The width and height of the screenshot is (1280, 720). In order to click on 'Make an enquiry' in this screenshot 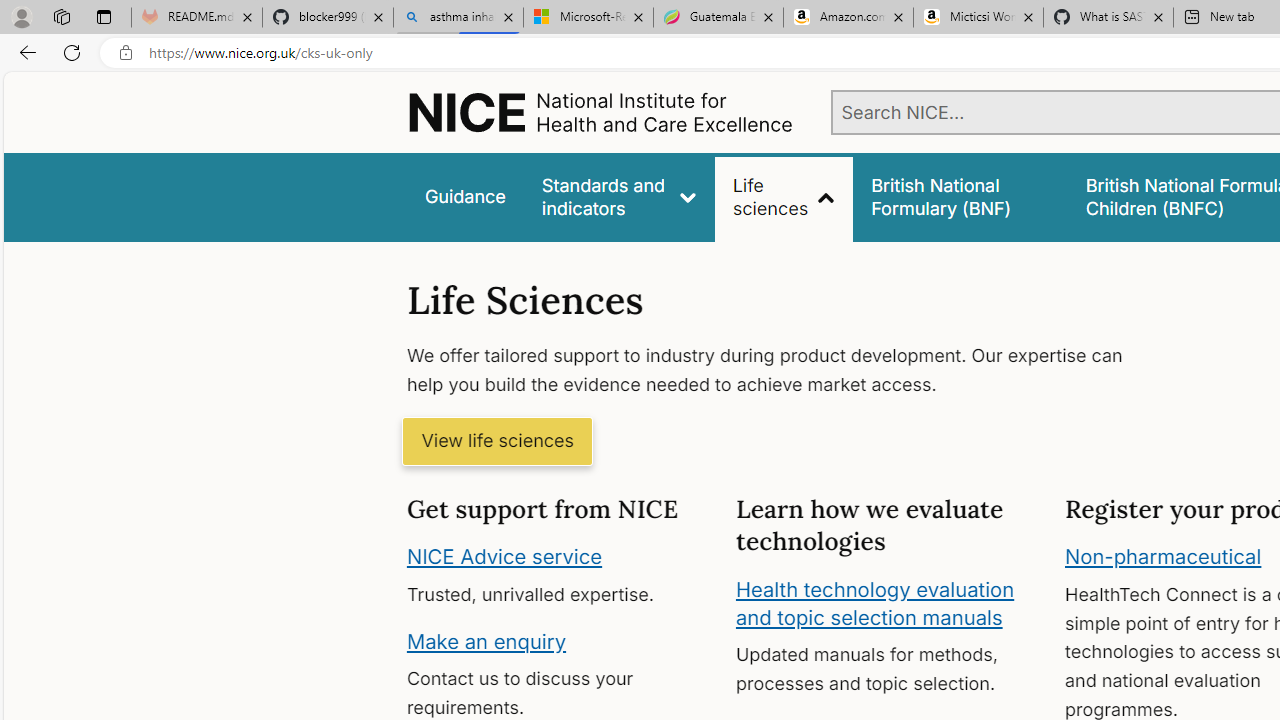, I will do `click(486, 640)`.